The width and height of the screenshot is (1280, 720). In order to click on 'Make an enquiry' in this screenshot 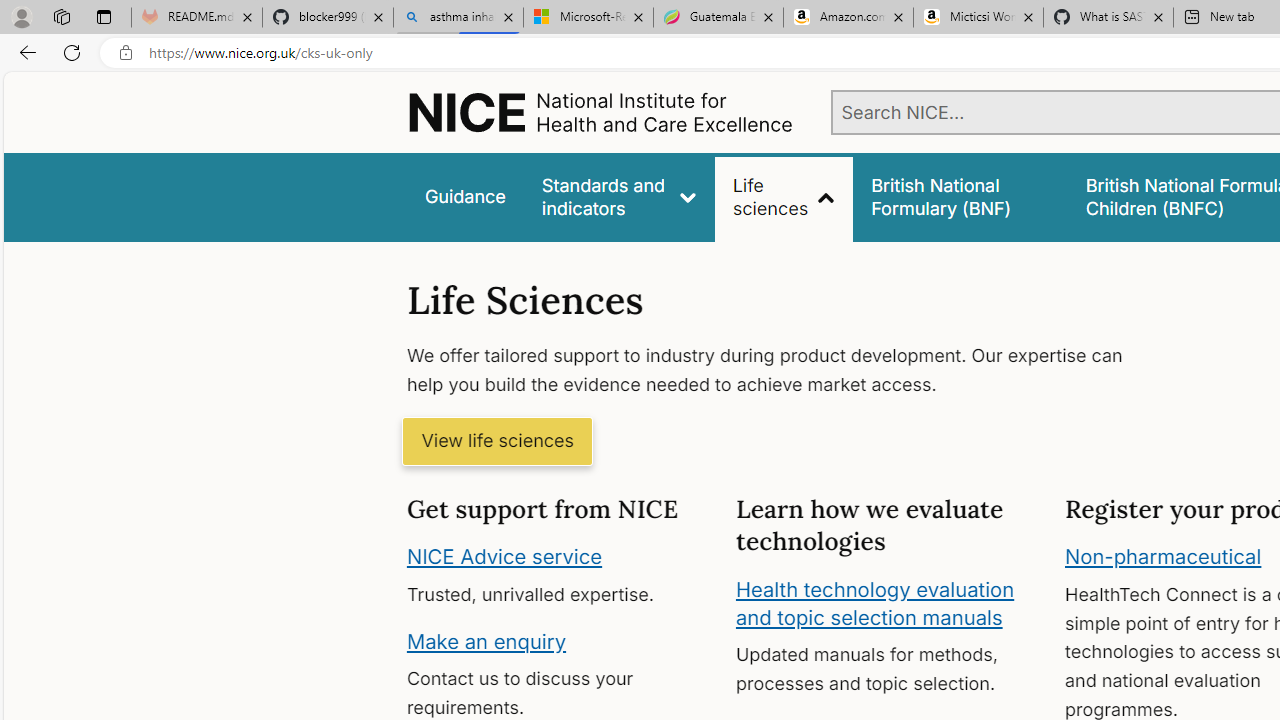, I will do `click(486, 640)`.